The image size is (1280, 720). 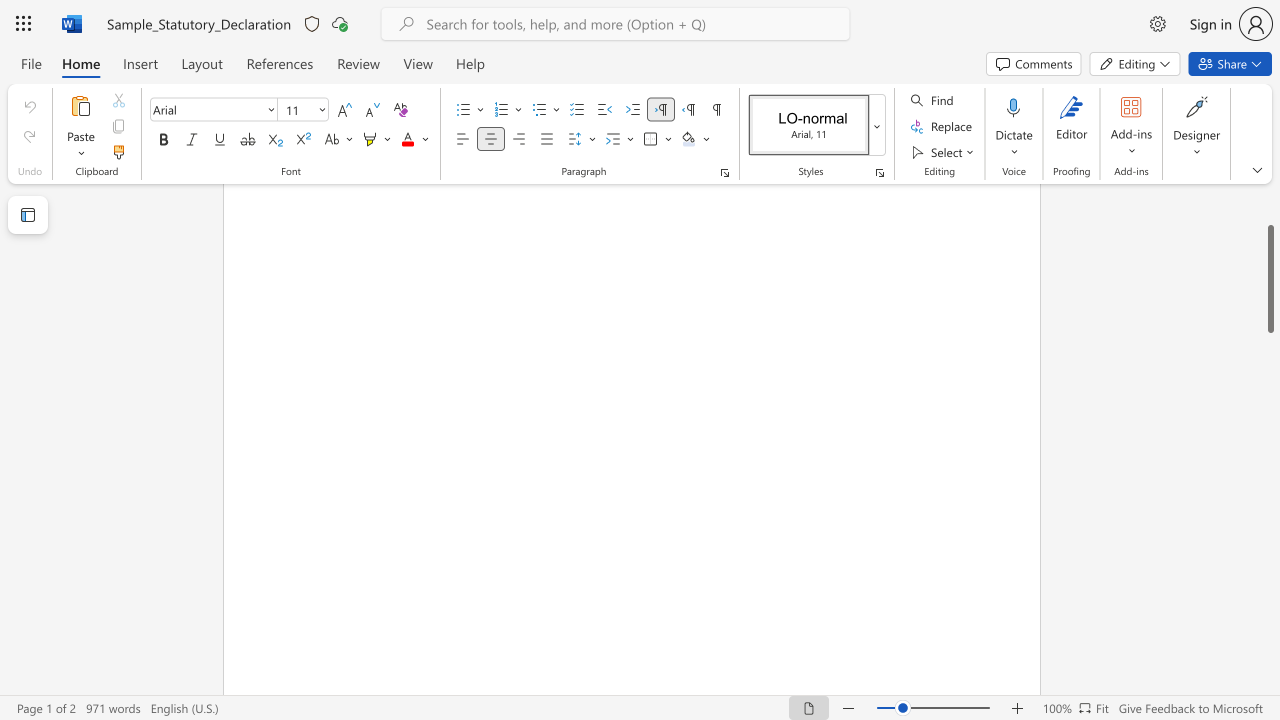 What do you see at coordinates (1269, 279) in the screenshot?
I see `the scrollbar and move down 30 pixels` at bounding box center [1269, 279].